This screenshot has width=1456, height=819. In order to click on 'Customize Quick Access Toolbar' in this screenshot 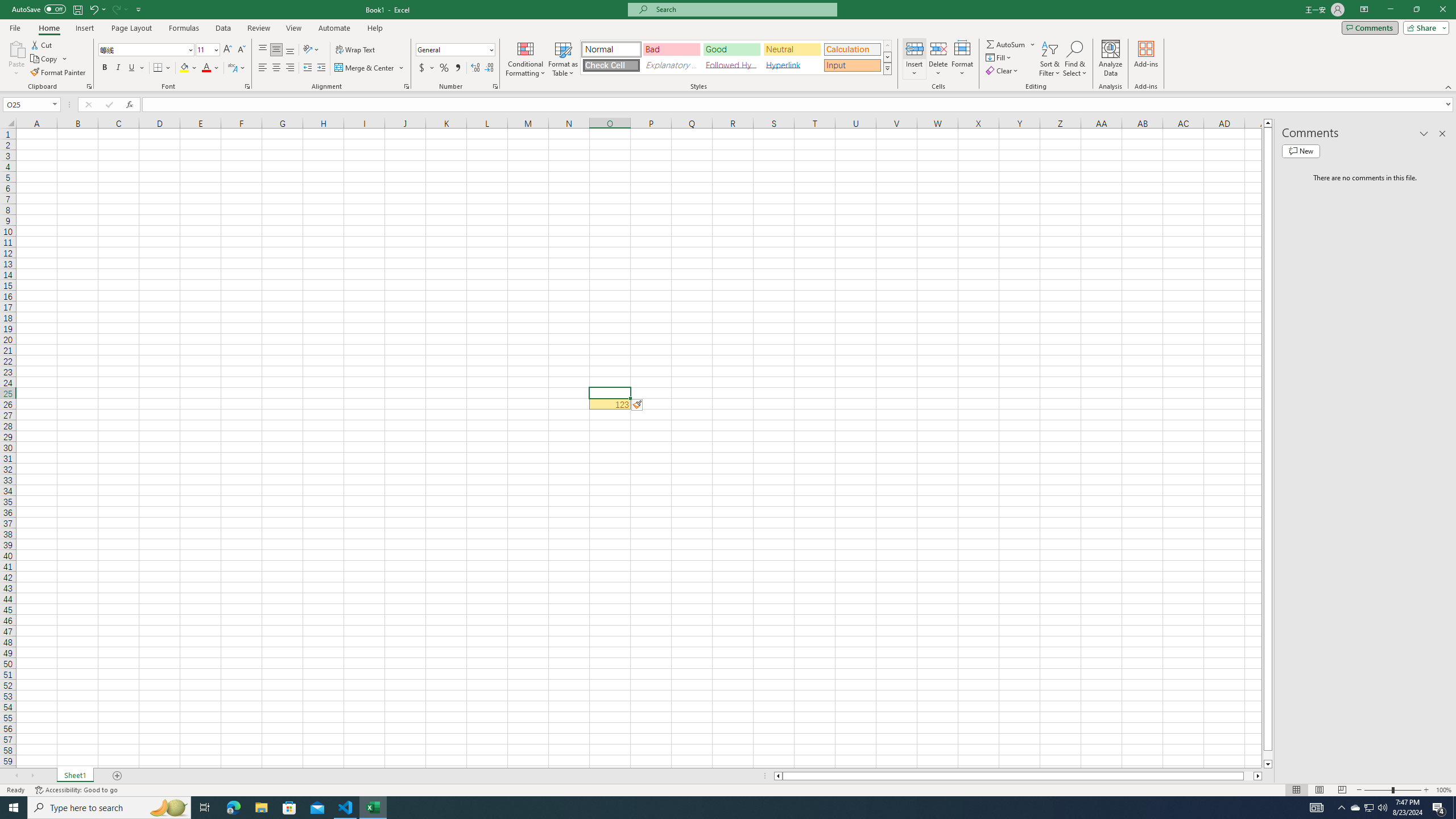, I will do `click(139, 9)`.